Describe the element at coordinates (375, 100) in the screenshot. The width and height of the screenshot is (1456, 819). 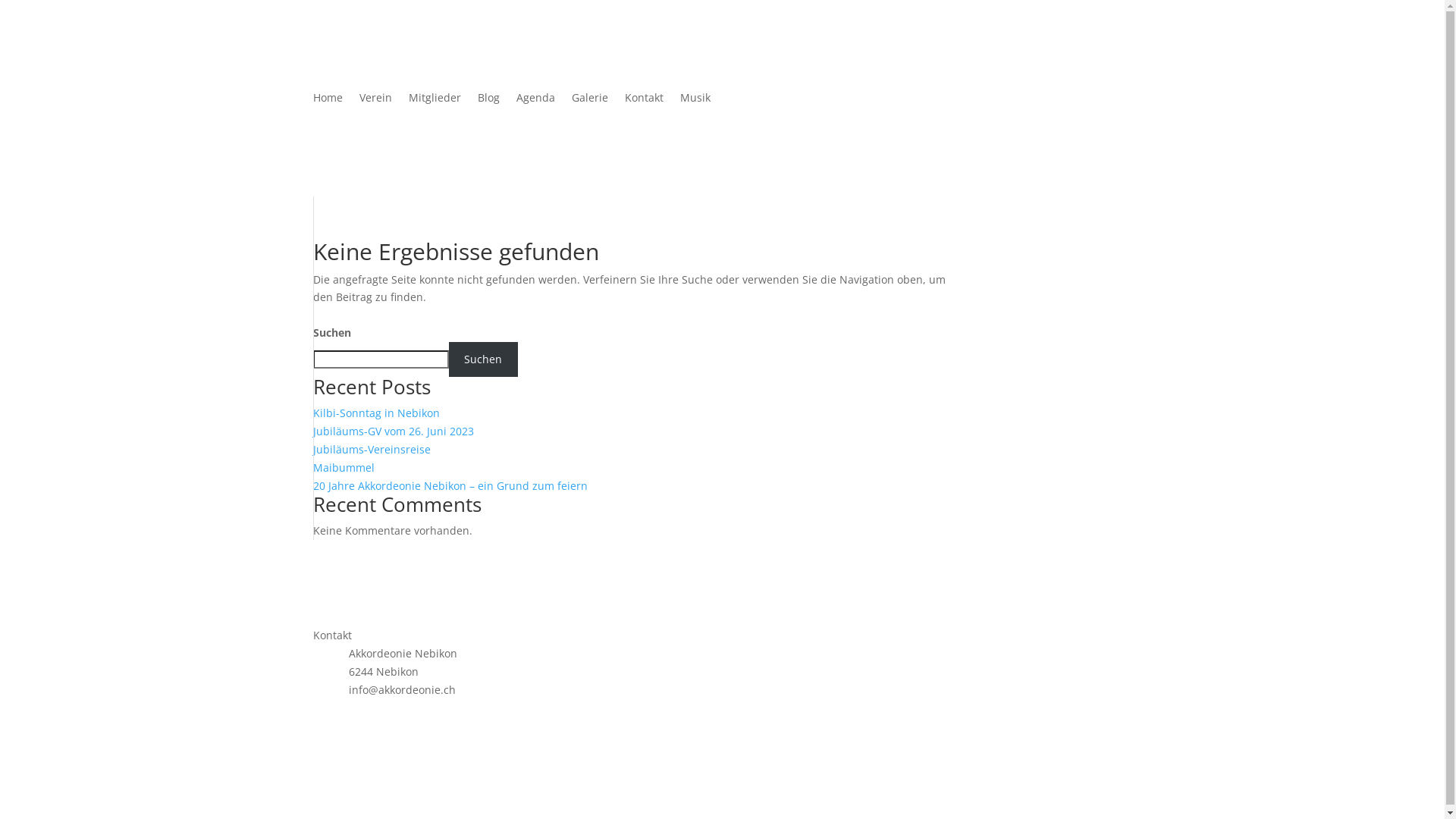
I see `'Verein'` at that location.